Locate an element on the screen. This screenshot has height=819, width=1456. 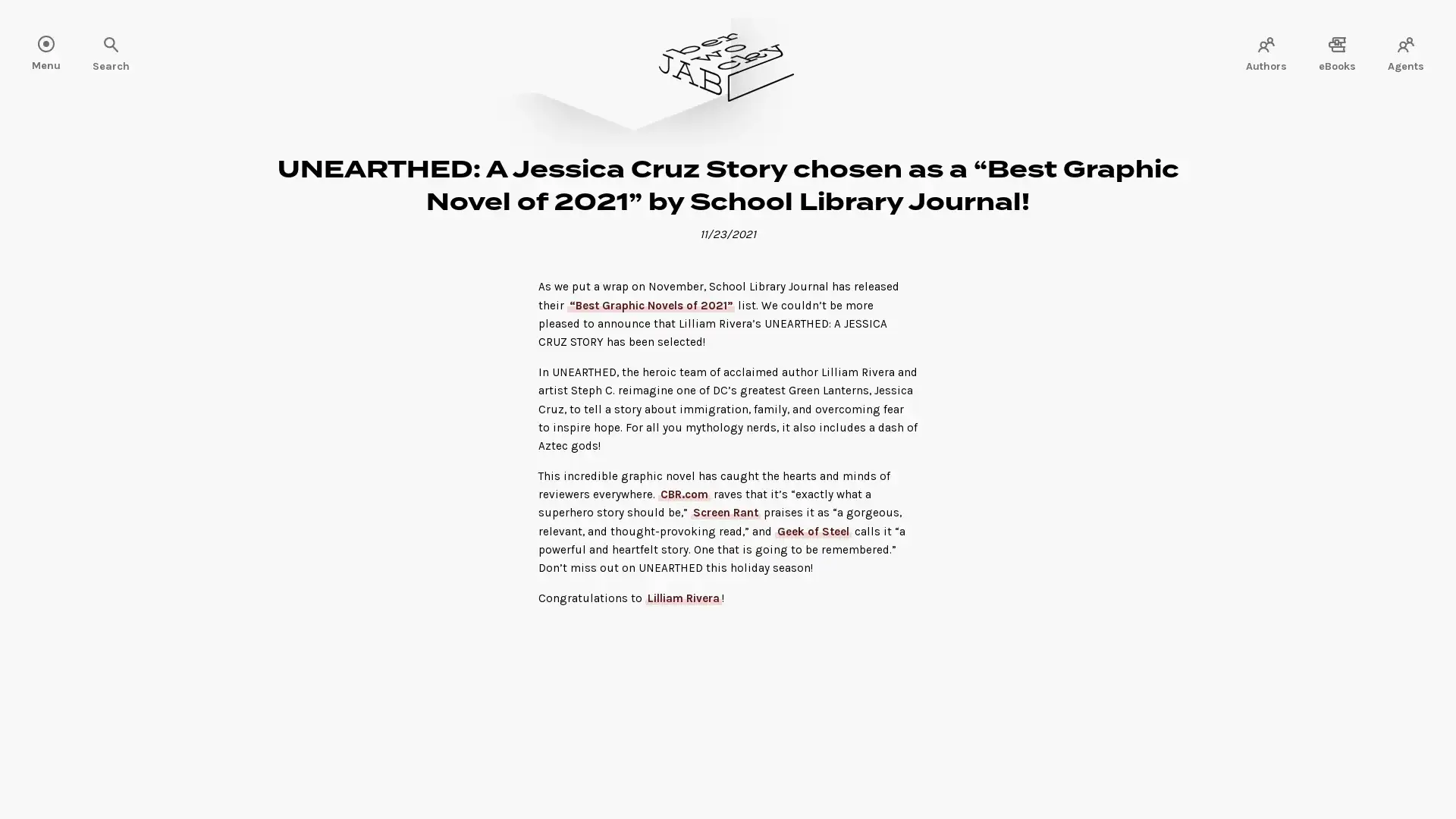
Search is located at coordinates (61, 45).